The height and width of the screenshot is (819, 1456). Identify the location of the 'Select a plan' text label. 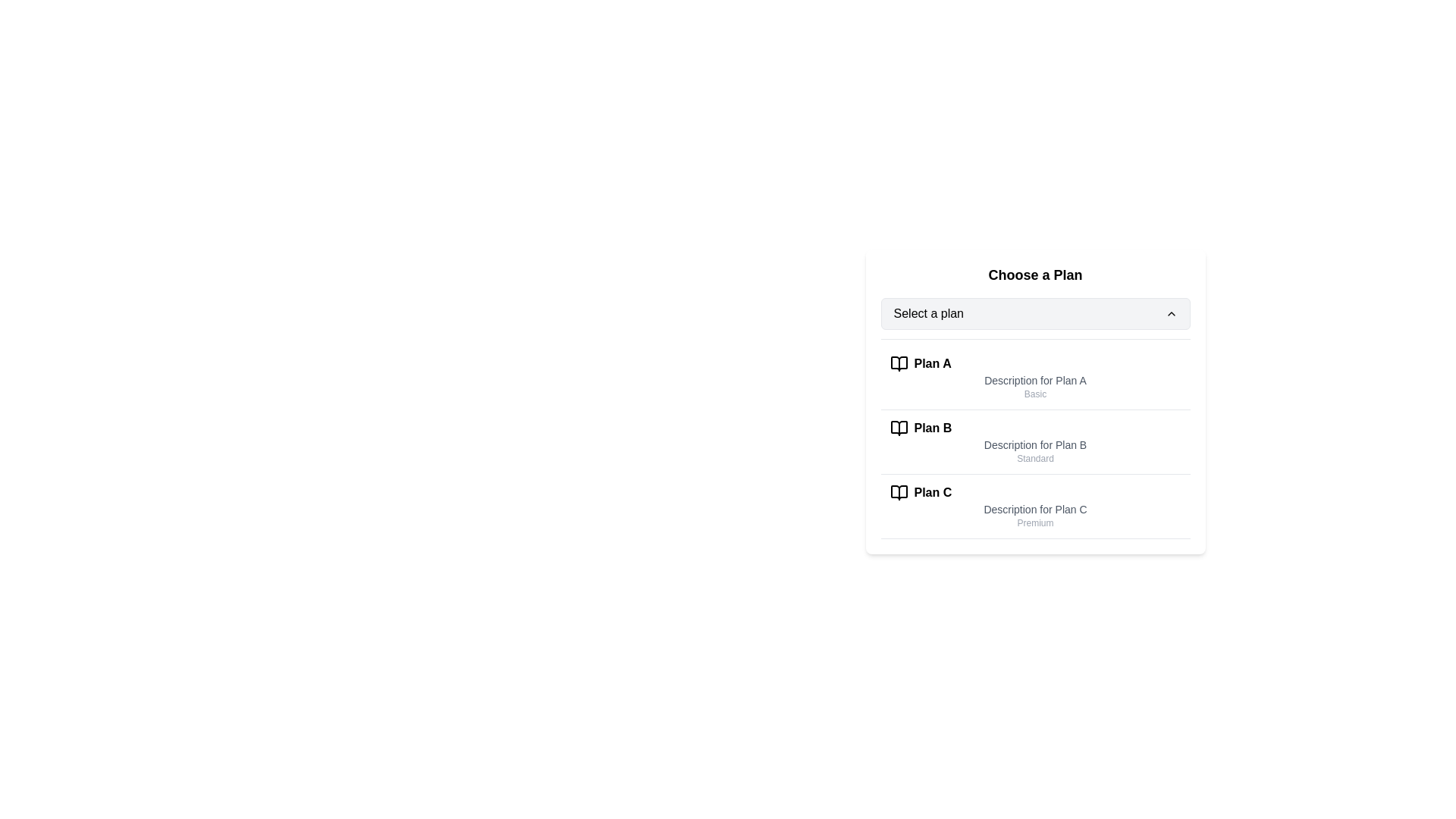
(927, 312).